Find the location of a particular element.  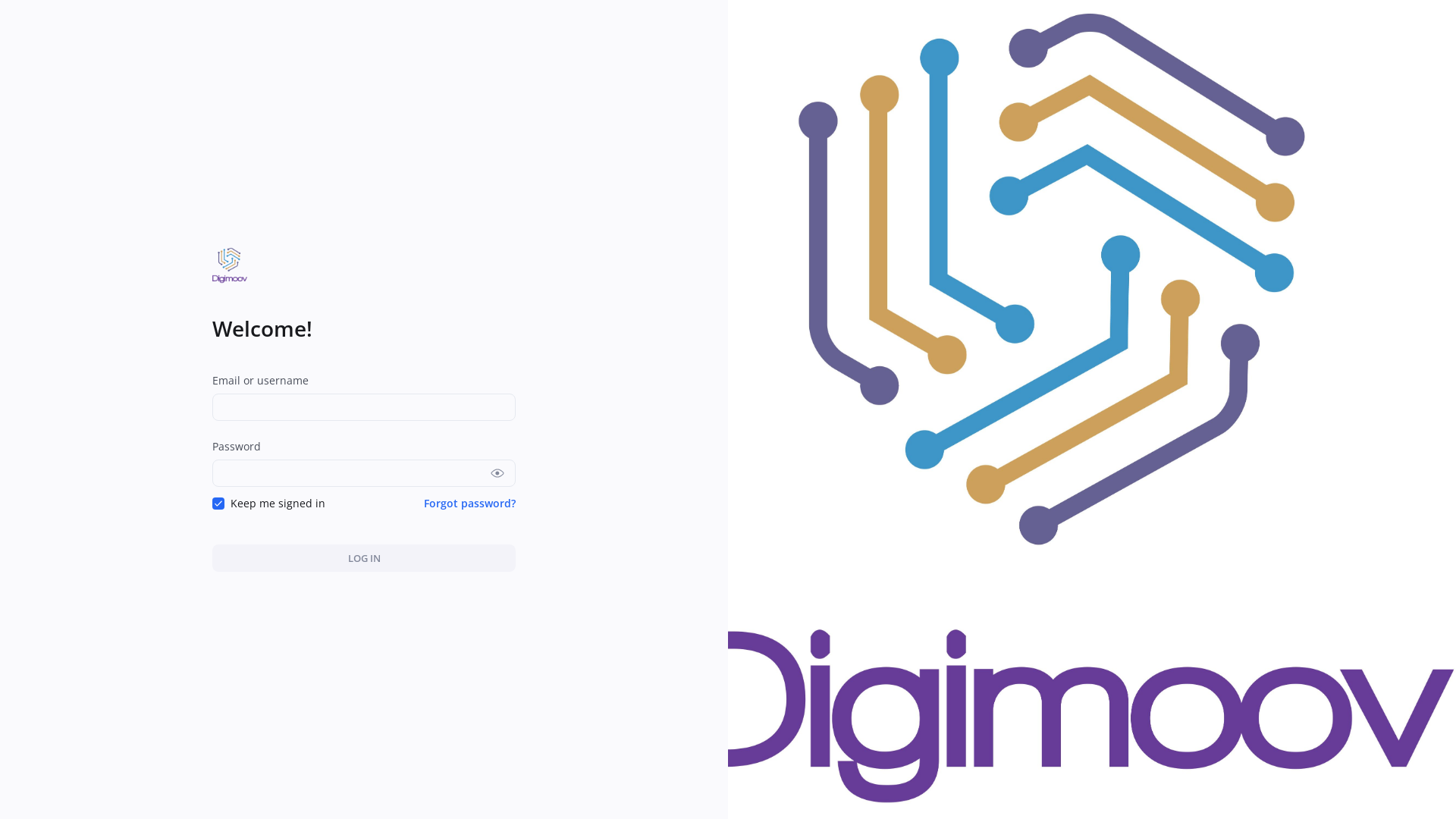

'LOG IN' is located at coordinates (364, 558).